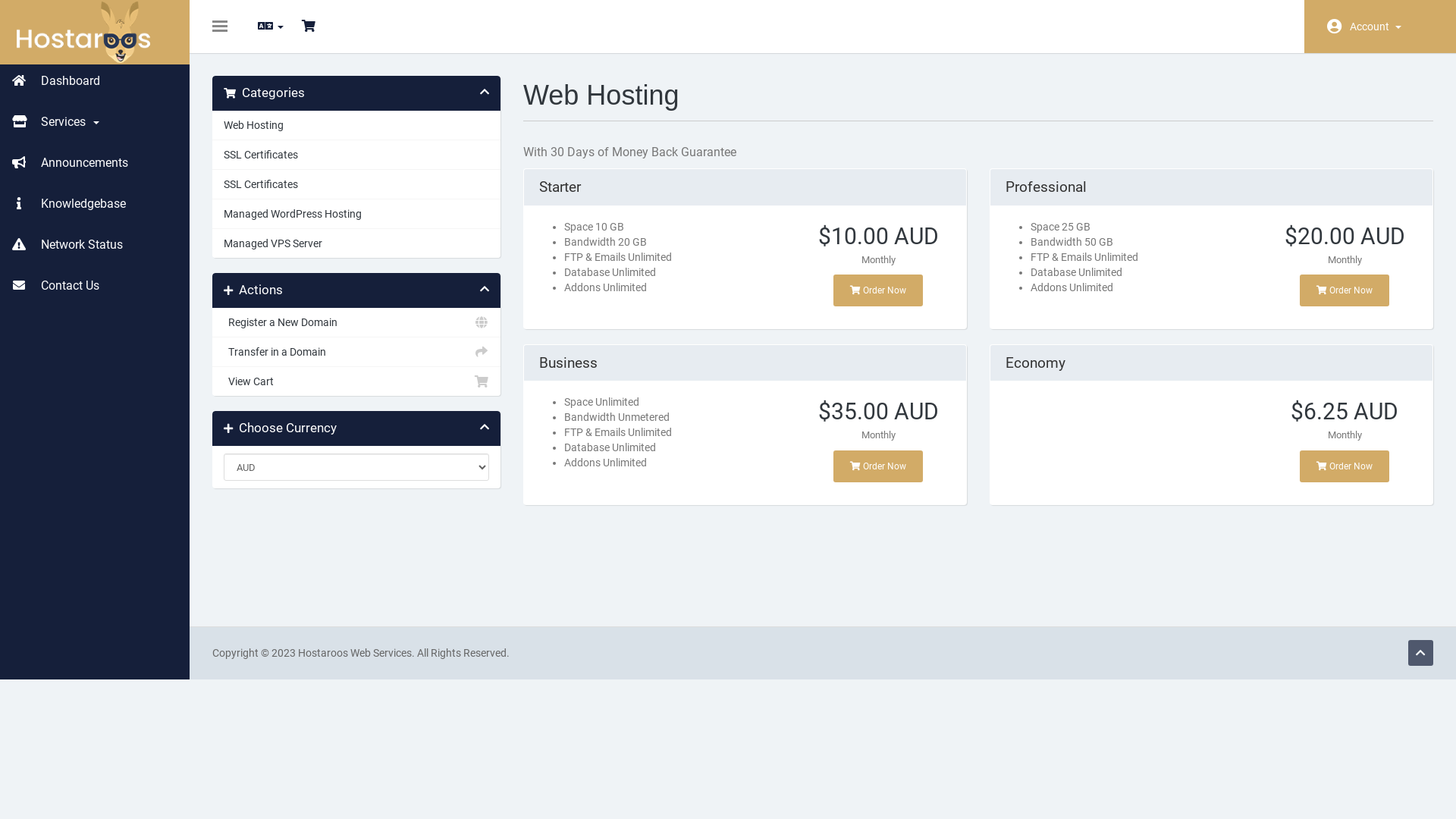 This screenshot has width=1456, height=819. Describe the element at coordinates (93, 81) in the screenshot. I see `'Dashboard'` at that location.